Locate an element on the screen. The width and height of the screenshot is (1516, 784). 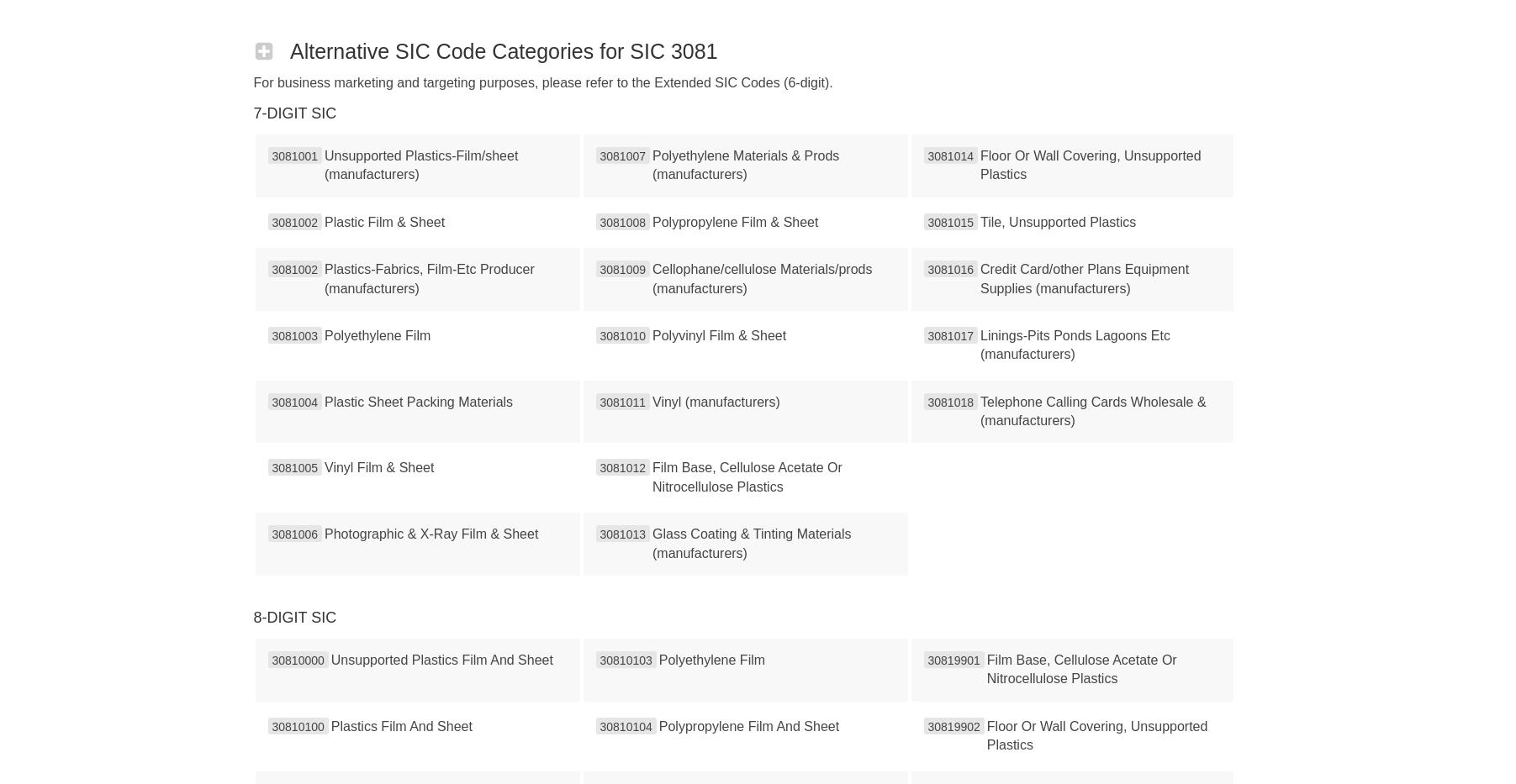
'Unsupported Plastics-Film/sheet (manufacturers)' is located at coordinates (420, 165).